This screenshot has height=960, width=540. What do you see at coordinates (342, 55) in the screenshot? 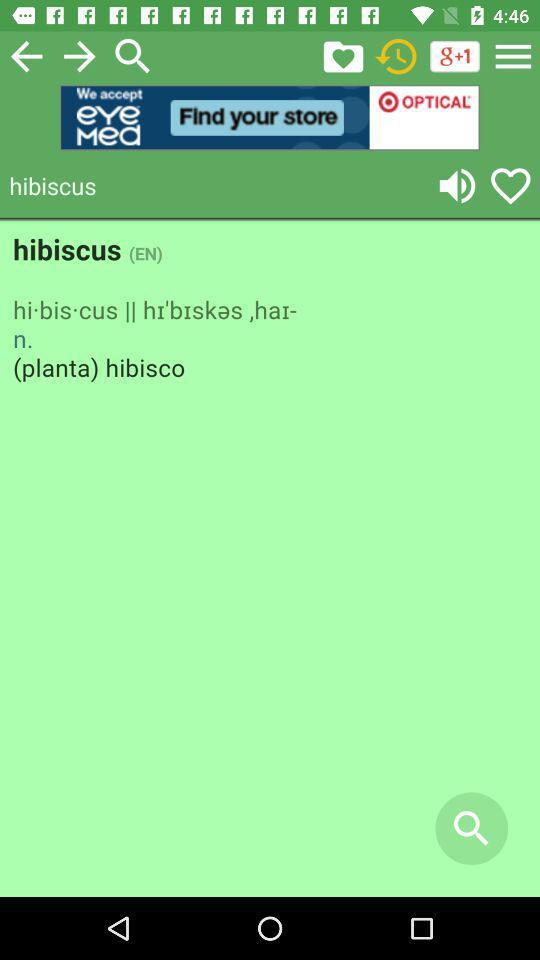
I see `to favorite` at bounding box center [342, 55].